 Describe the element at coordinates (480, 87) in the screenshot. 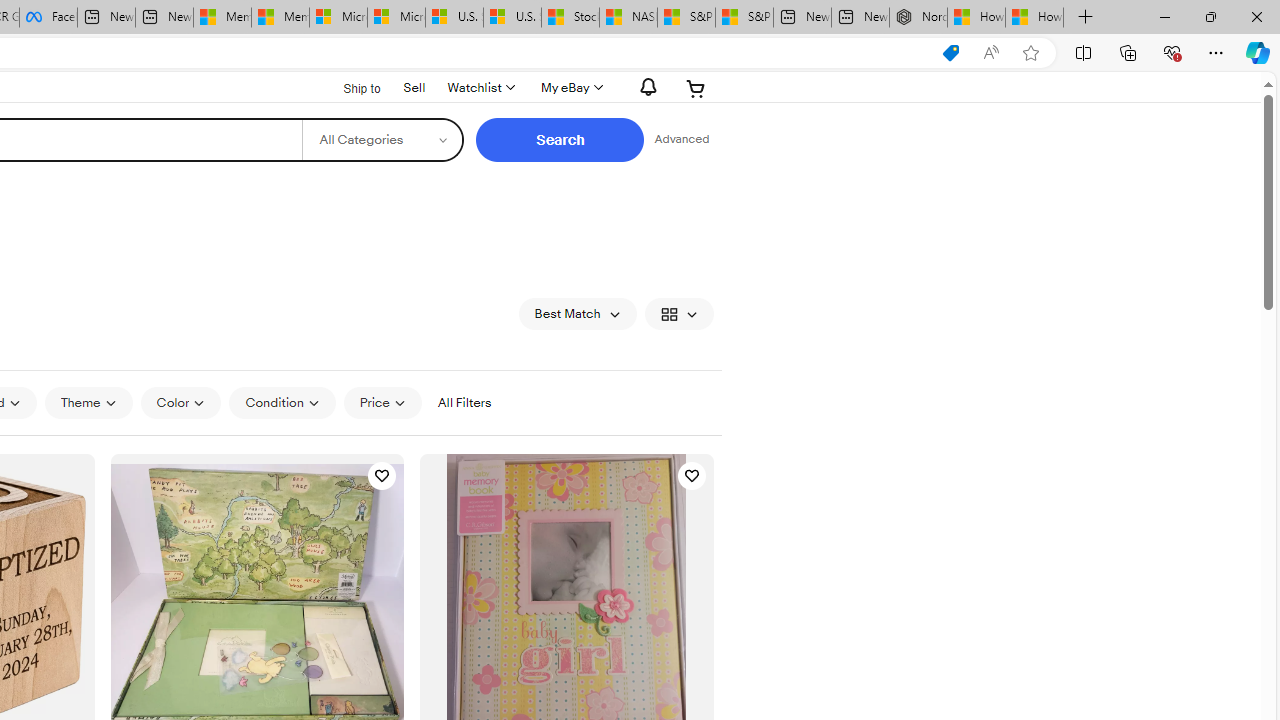

I see `'WatchlistExpand Watch List'` at that location.